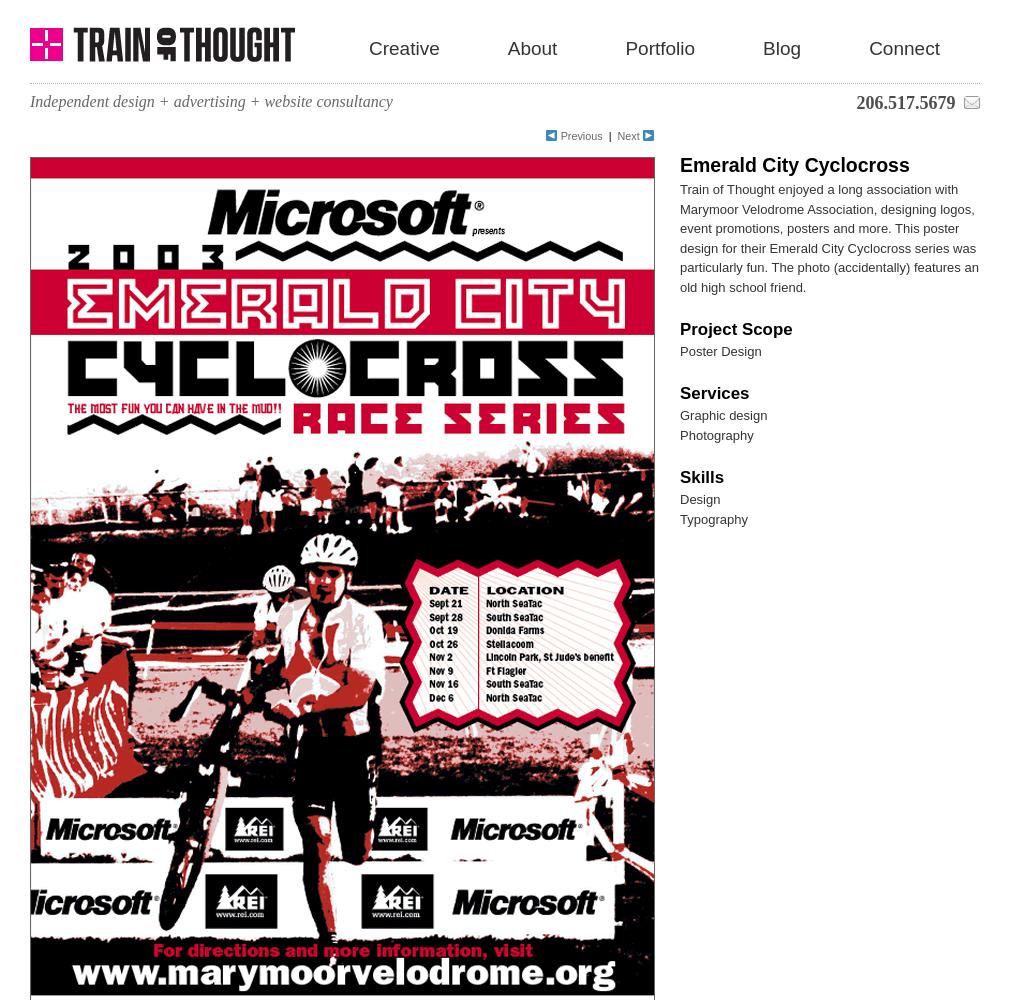  What do you see at coordinates (712, 518) in the screenshot?
I see `'Typography'` at bounding box center [712, 518].